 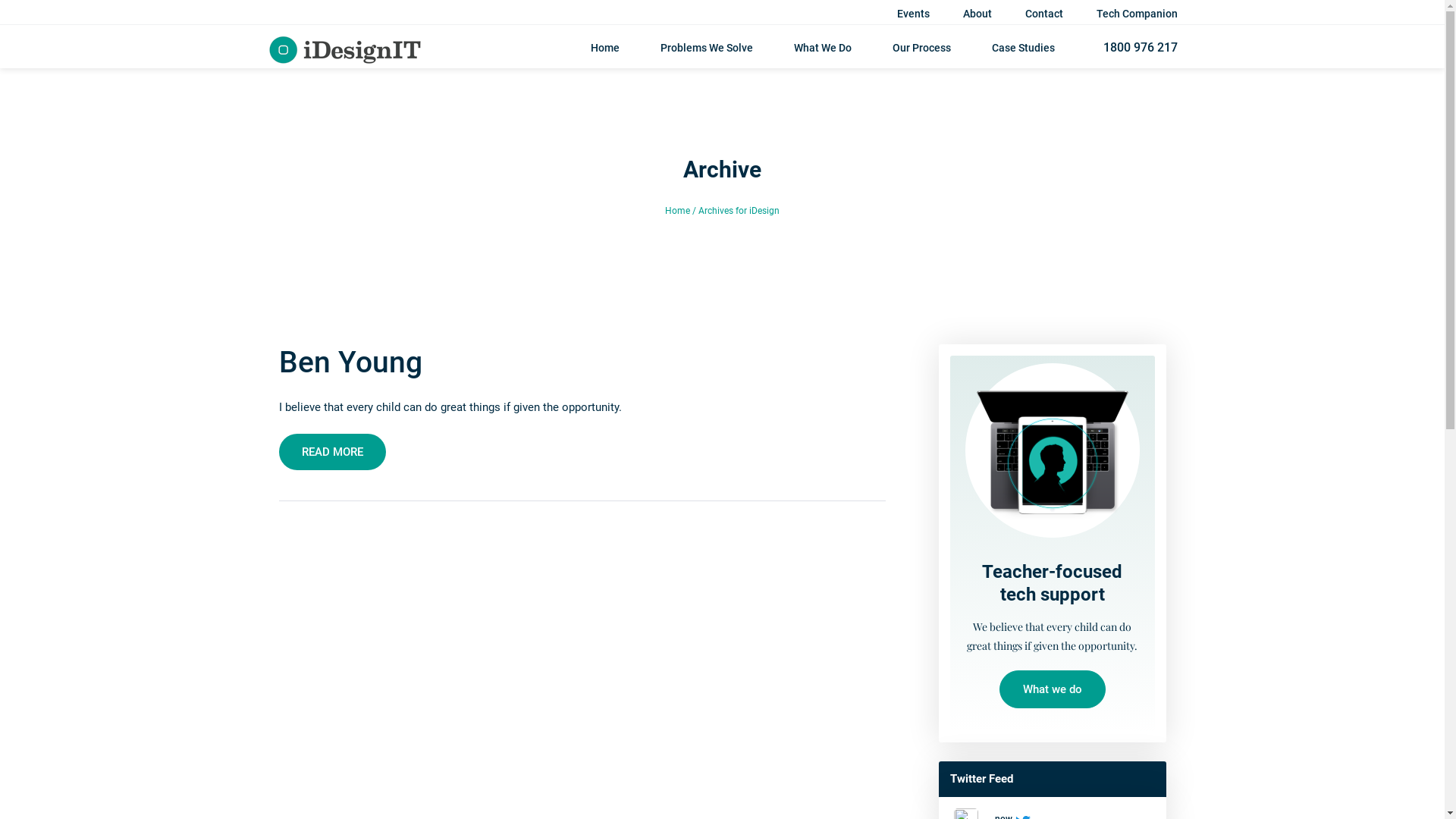 I want to click on 'Contact', so click(x=1025, y=14).